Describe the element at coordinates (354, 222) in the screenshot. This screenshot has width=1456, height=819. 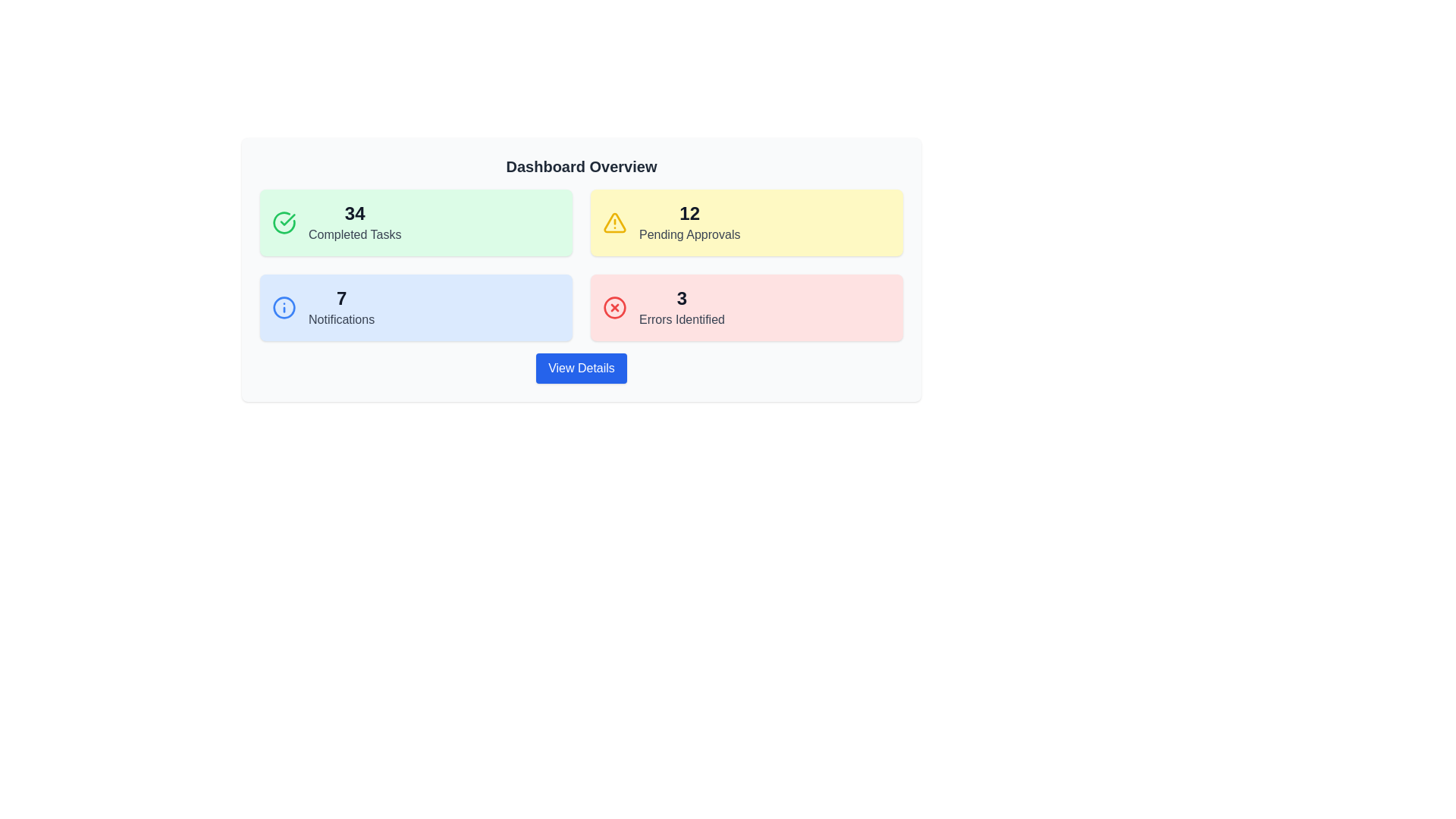
I see `displayed text '34 Completed Tasks' from the text-based informational display located in the green notification box at the top-left corner of the grid layout` at that location.